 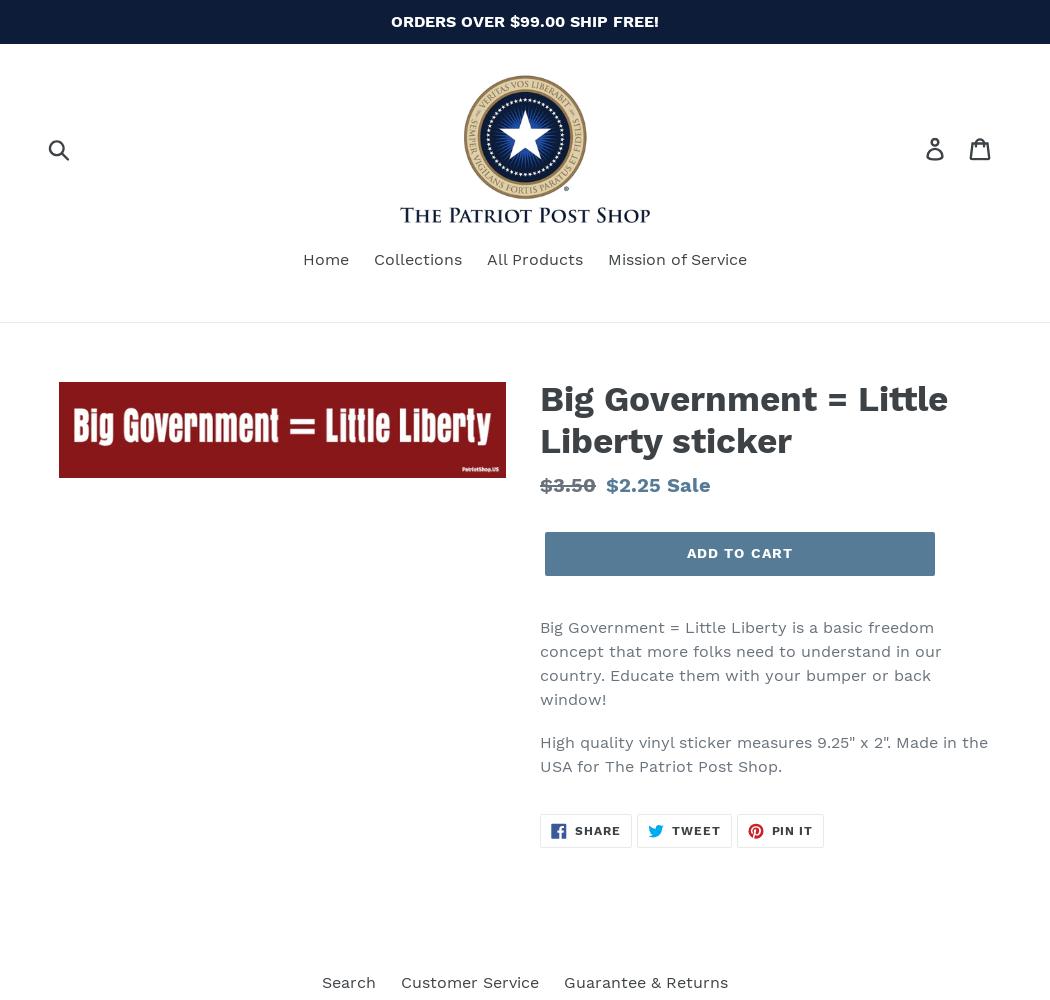 What do you see at coordinates (525, 21) in the screenshot?
I see `'ORDERS OVER $99.00 SHIP FREE!'` at bounding box center [525, 21].